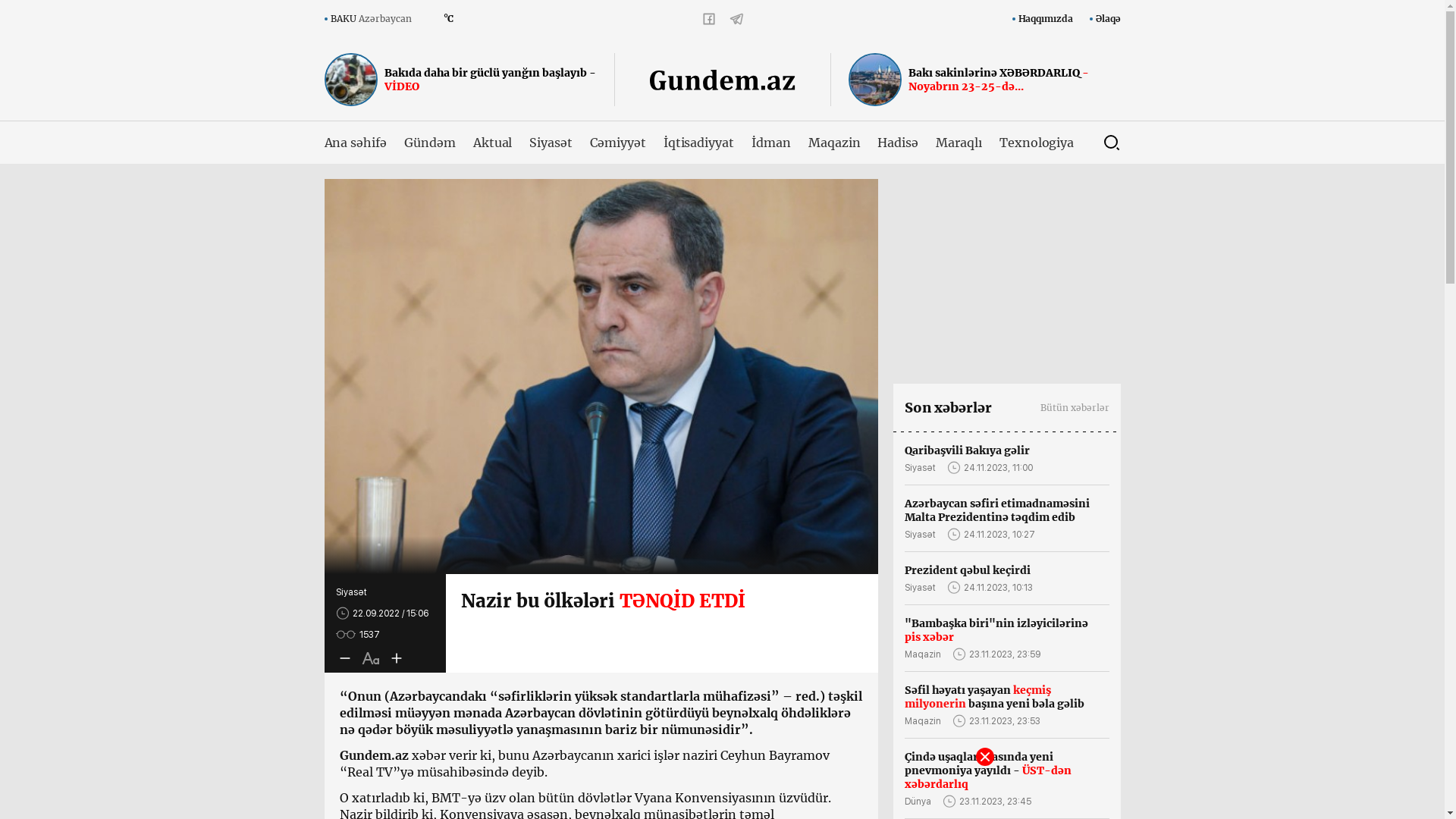 The width and height of the screenshot is (1456, 819). I want to click on 'Texnologiya', so click(1036, 143).